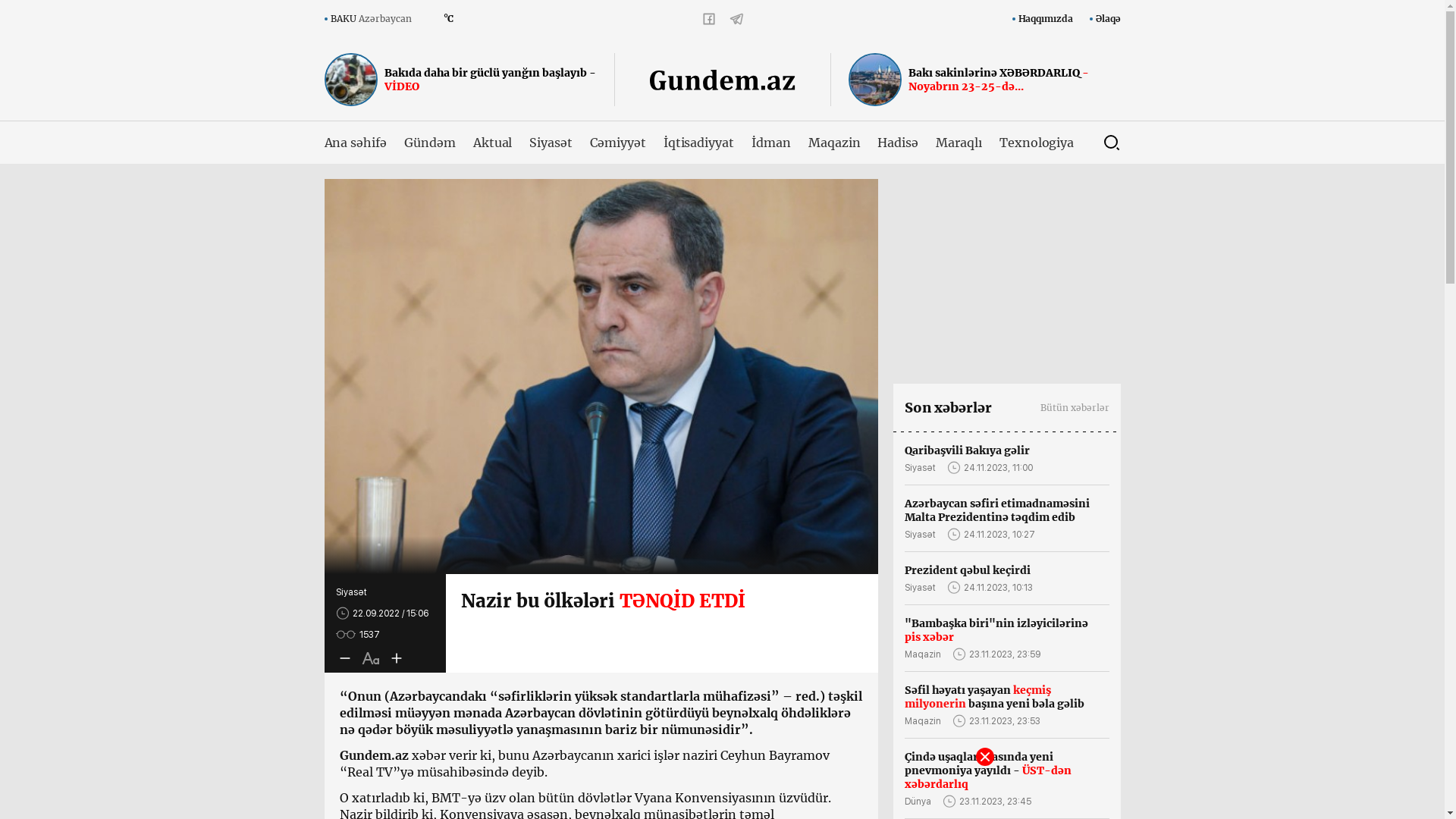 The width and height of the screenshot is (1456, 819). I want to click on 'Texnologiya', so click(1036, 143).